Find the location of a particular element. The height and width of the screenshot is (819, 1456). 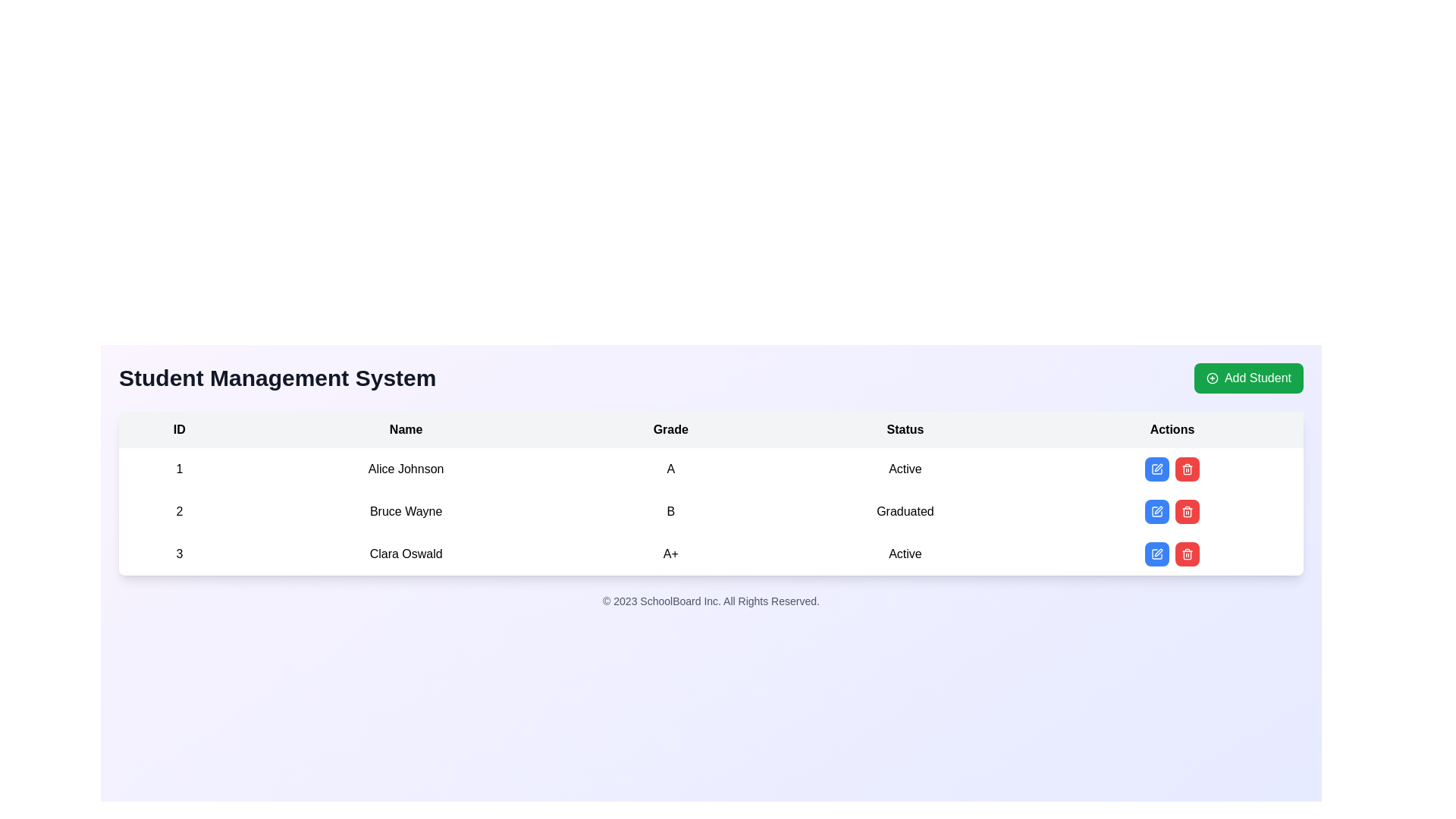

the text label displaying 'ID' in bold black text on a light gray background, which is located at the top-left corner of the table and serves as the header for the first column is located at coordinates (179, 430).